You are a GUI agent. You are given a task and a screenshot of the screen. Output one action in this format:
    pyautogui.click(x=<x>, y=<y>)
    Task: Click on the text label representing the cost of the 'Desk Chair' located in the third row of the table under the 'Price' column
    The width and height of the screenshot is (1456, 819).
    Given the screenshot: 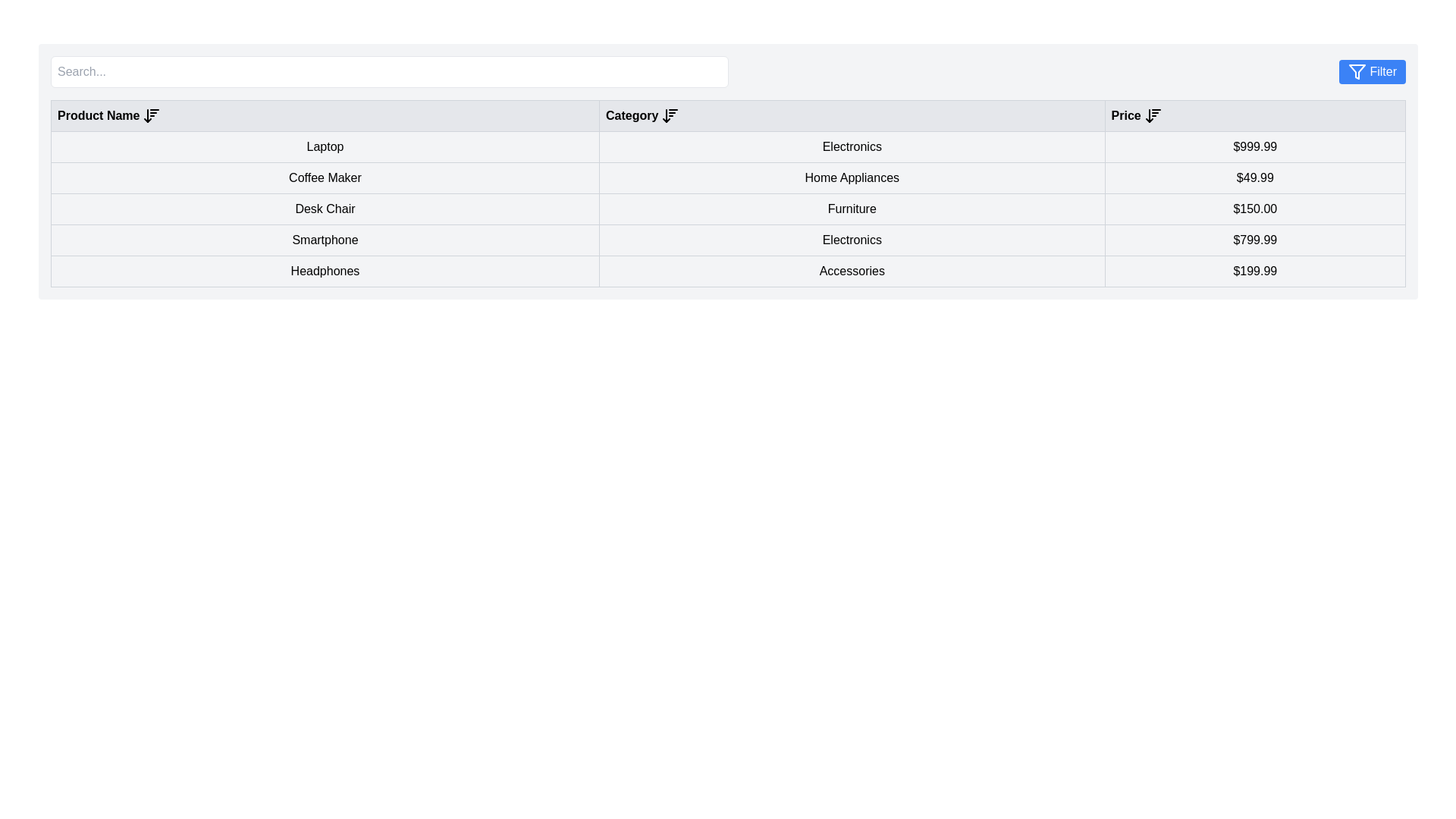 What is the action you would take?
    pyautogui.click(x=1255, y=209)
    